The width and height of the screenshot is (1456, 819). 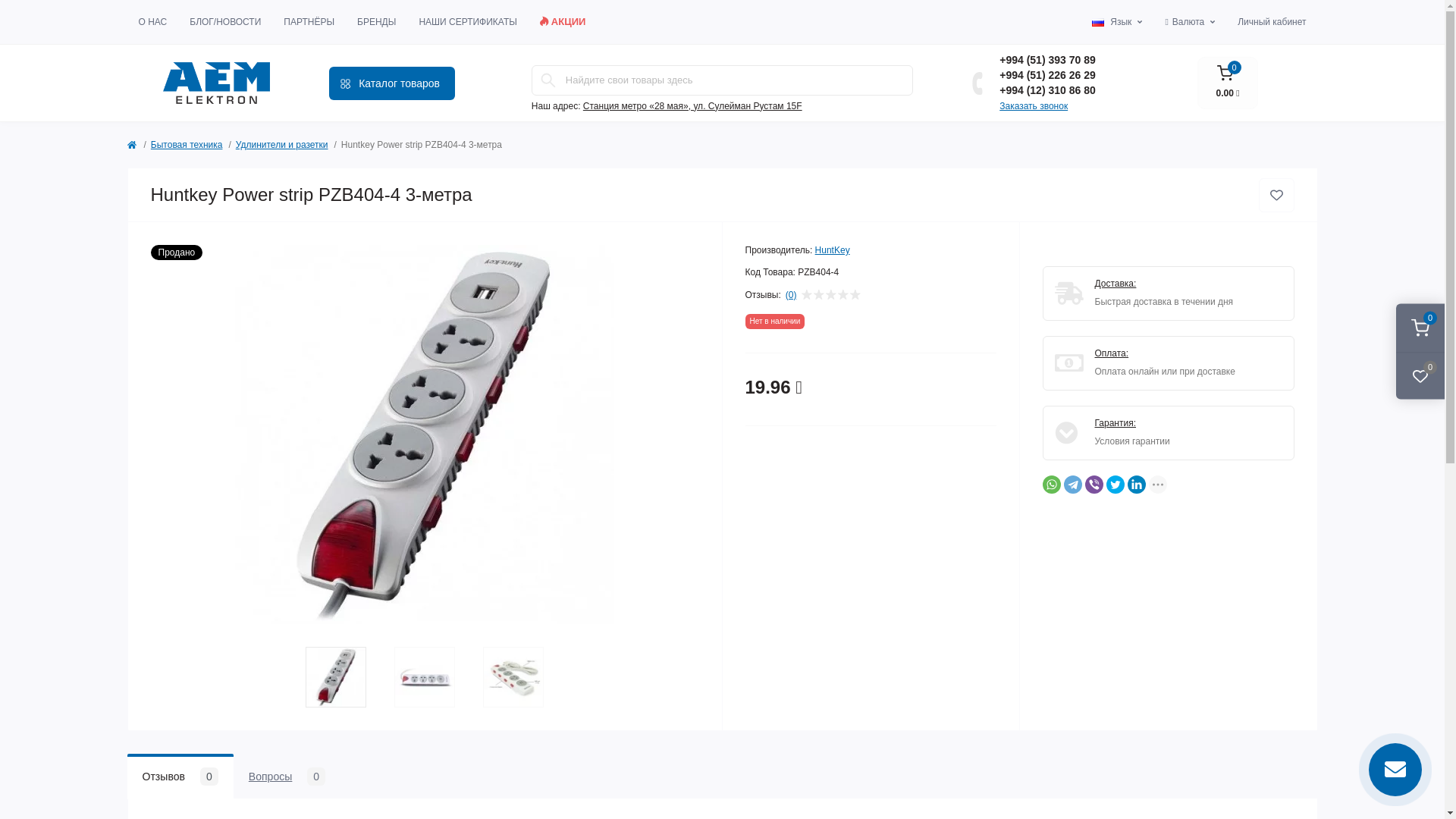 What do you see at coordinates (1046, 75) in the screenshot?
I see `'+994 (51) 226 26 29'` at bounding box center [1046, 75].